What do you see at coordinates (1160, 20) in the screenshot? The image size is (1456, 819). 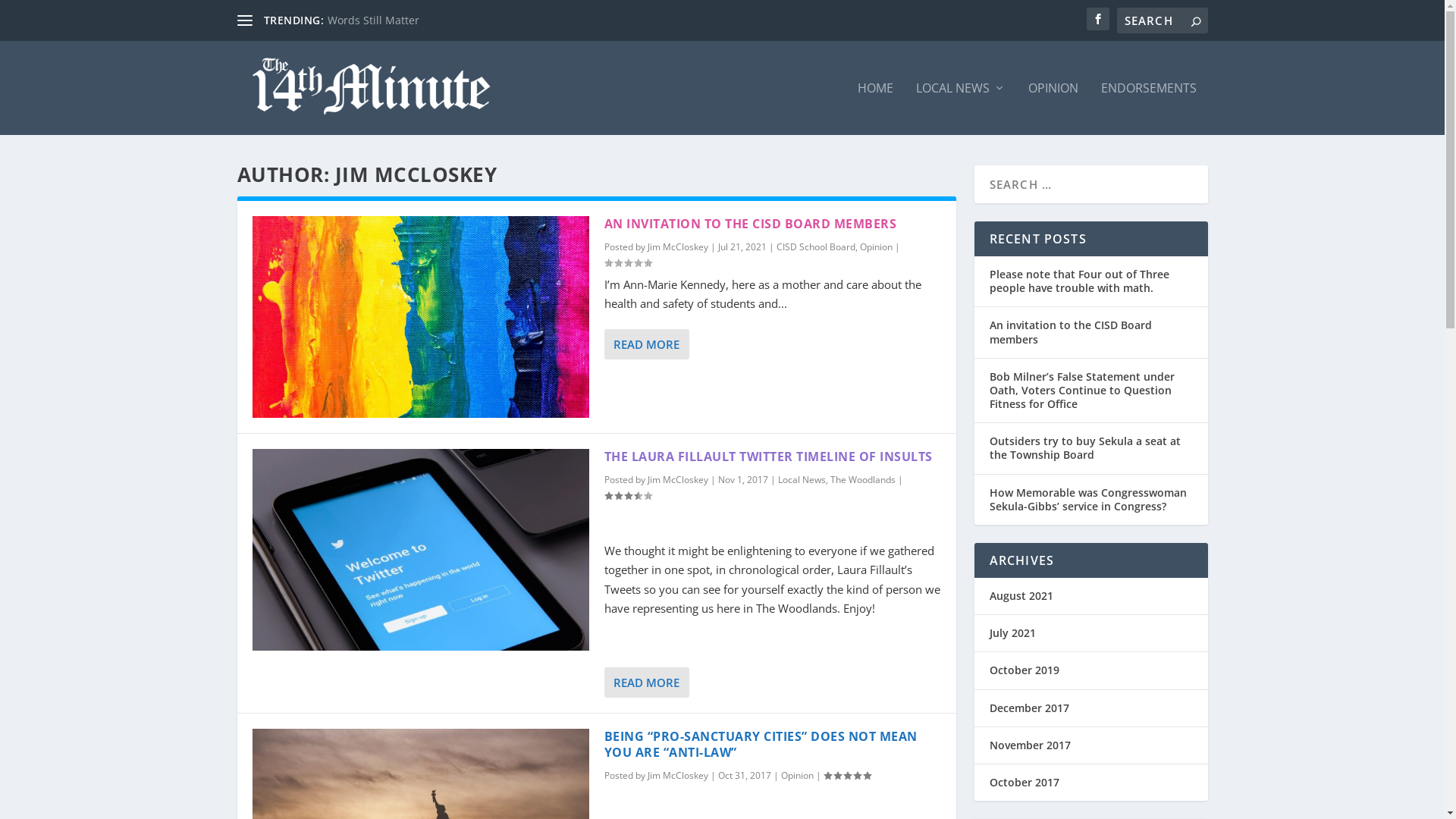 I see `'Search for:'` at bounding box center [1160, 20].